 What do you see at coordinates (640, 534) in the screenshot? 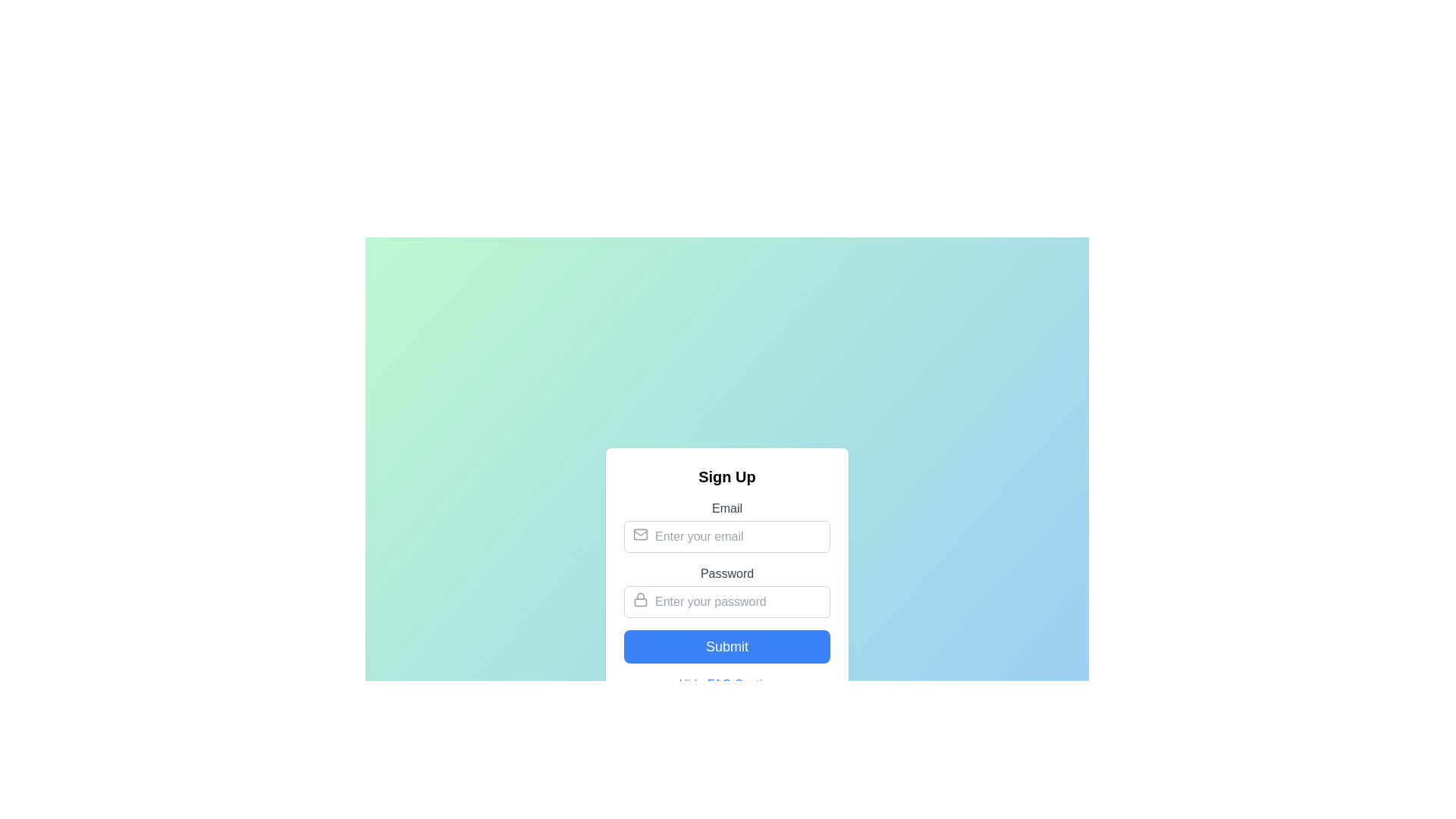
I see `the decorative rectangle that represents the body of the envelope icon, located immediately to the left of the 'Enter your email' text input field in the sign-up form` at bounding box center [640, 534].